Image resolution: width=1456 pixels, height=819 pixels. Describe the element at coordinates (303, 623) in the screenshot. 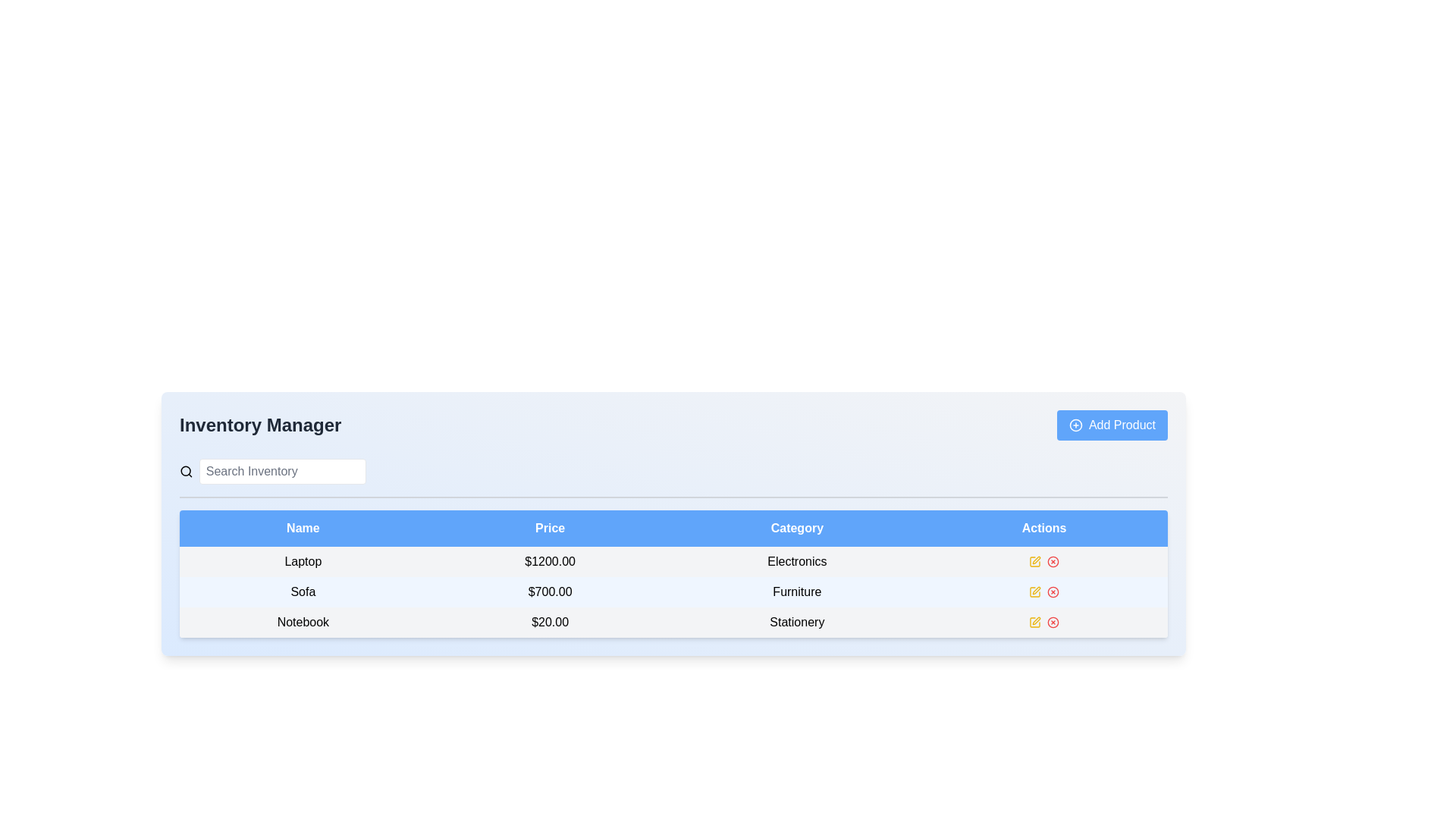

I see `the text label displaying 'Notebook' located in the 'Name' column of the third row under 'Inventory Manager.'` at that location.